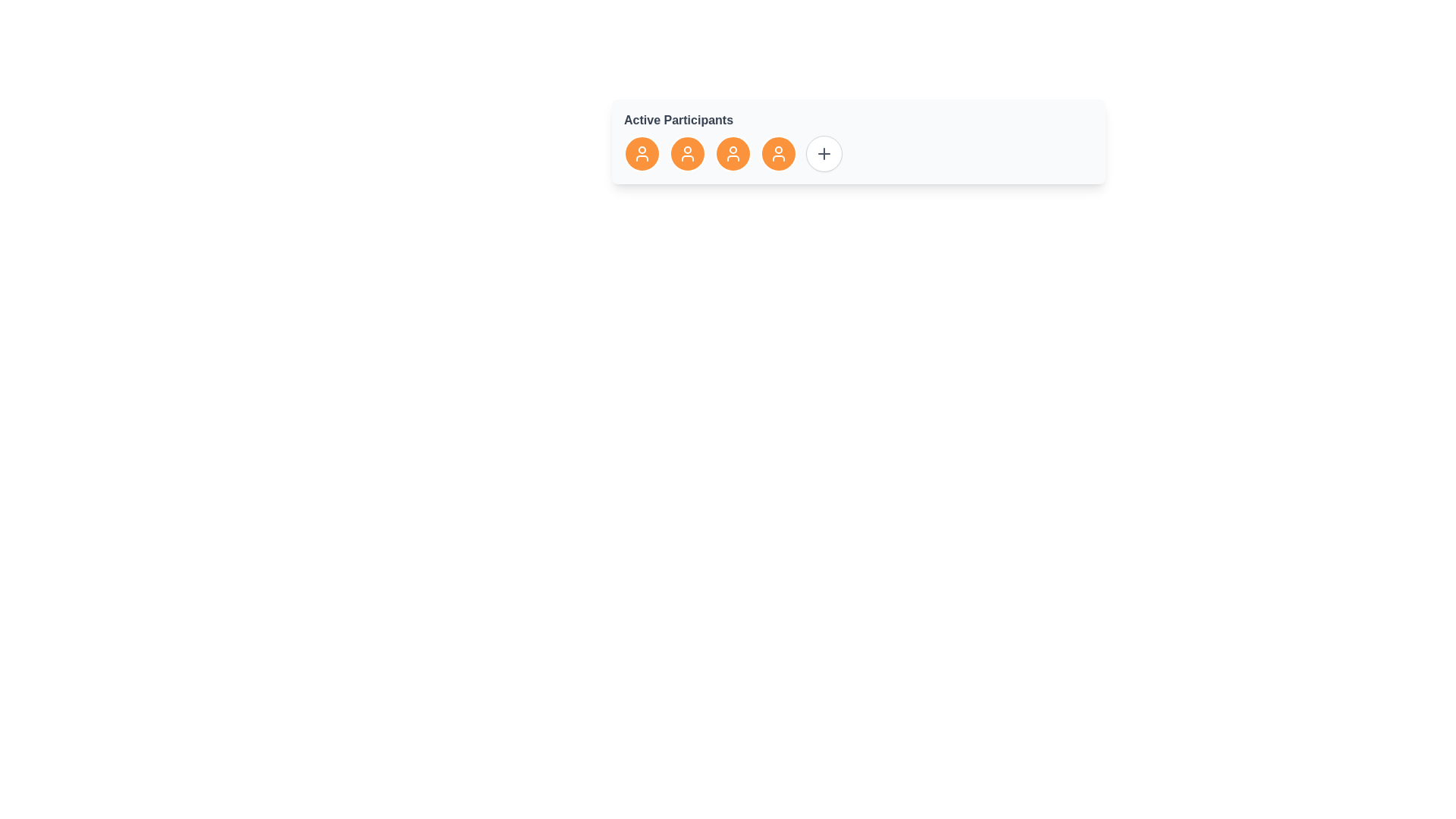 This screenshot has height=819, width=1456. Describe the element at coordinates (687, 154) in the screenshot. I see `the user icon embedded in the second circular orange button within the 'Active Participants' section of the white card interface` at that location.